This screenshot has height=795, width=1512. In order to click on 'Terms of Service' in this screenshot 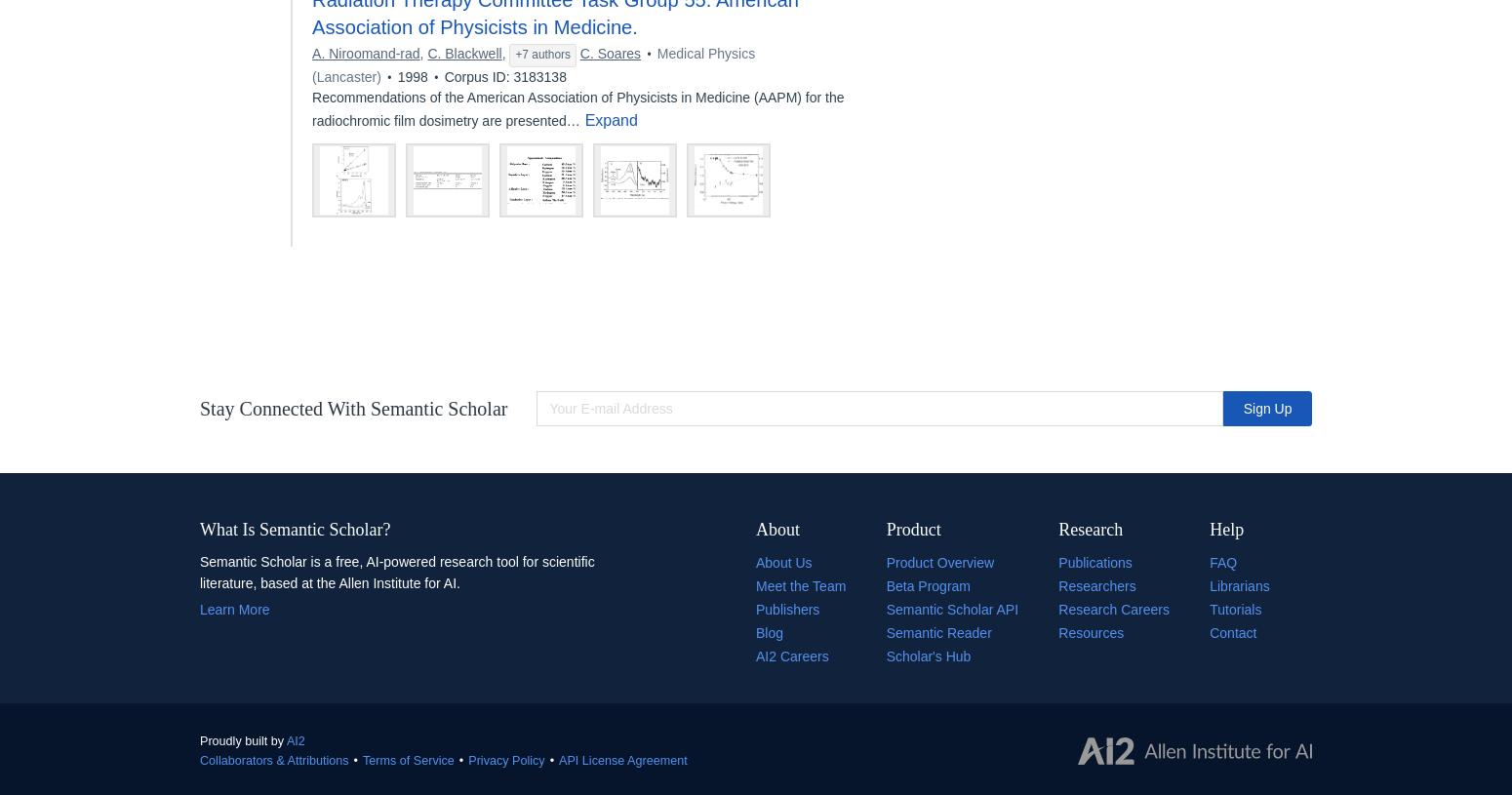, I will do `click(362, 759)`.